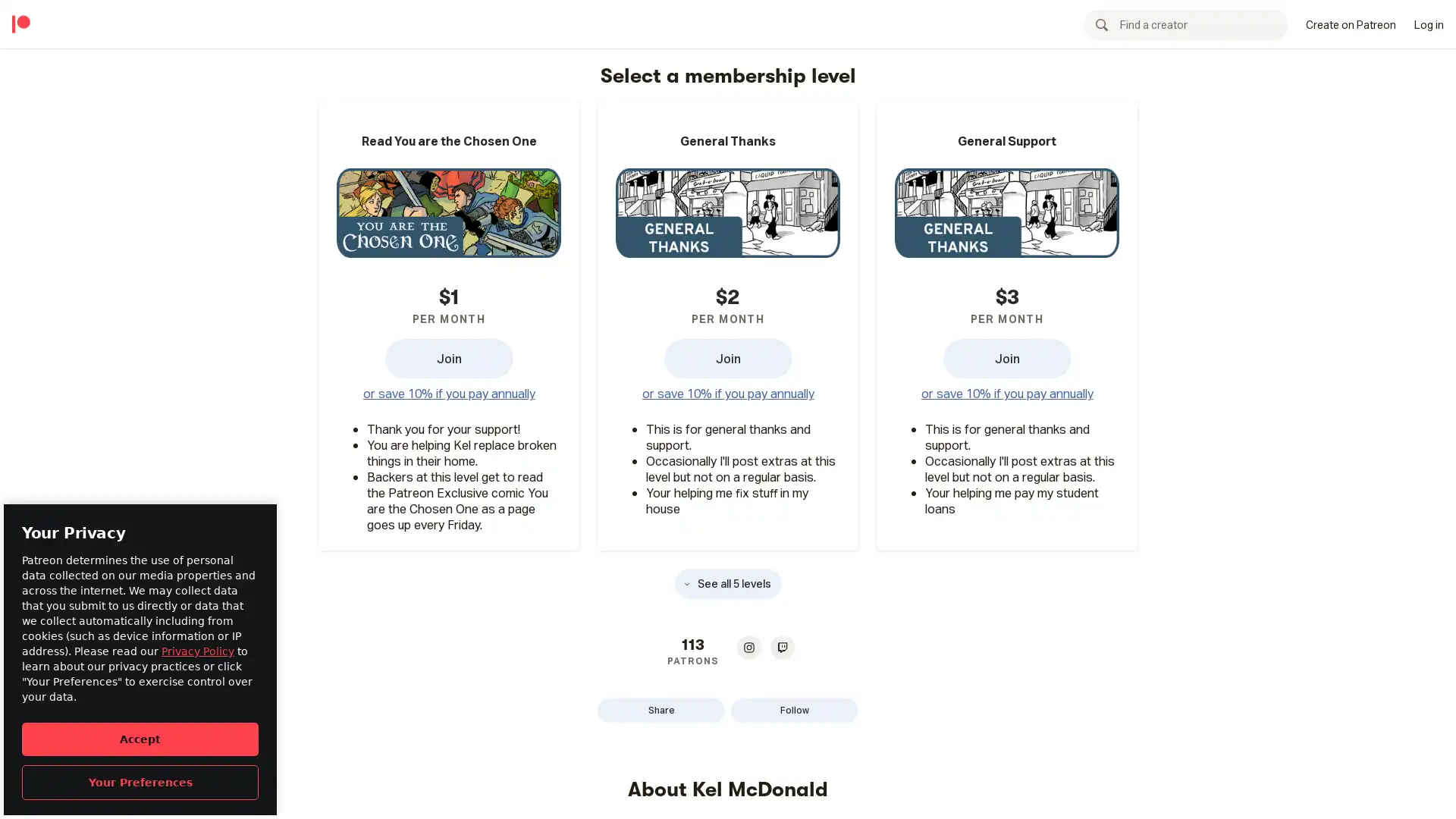  Describe the element at coordinates (726, 357) in the screenshot. I see `General Thanks Join` at that location.